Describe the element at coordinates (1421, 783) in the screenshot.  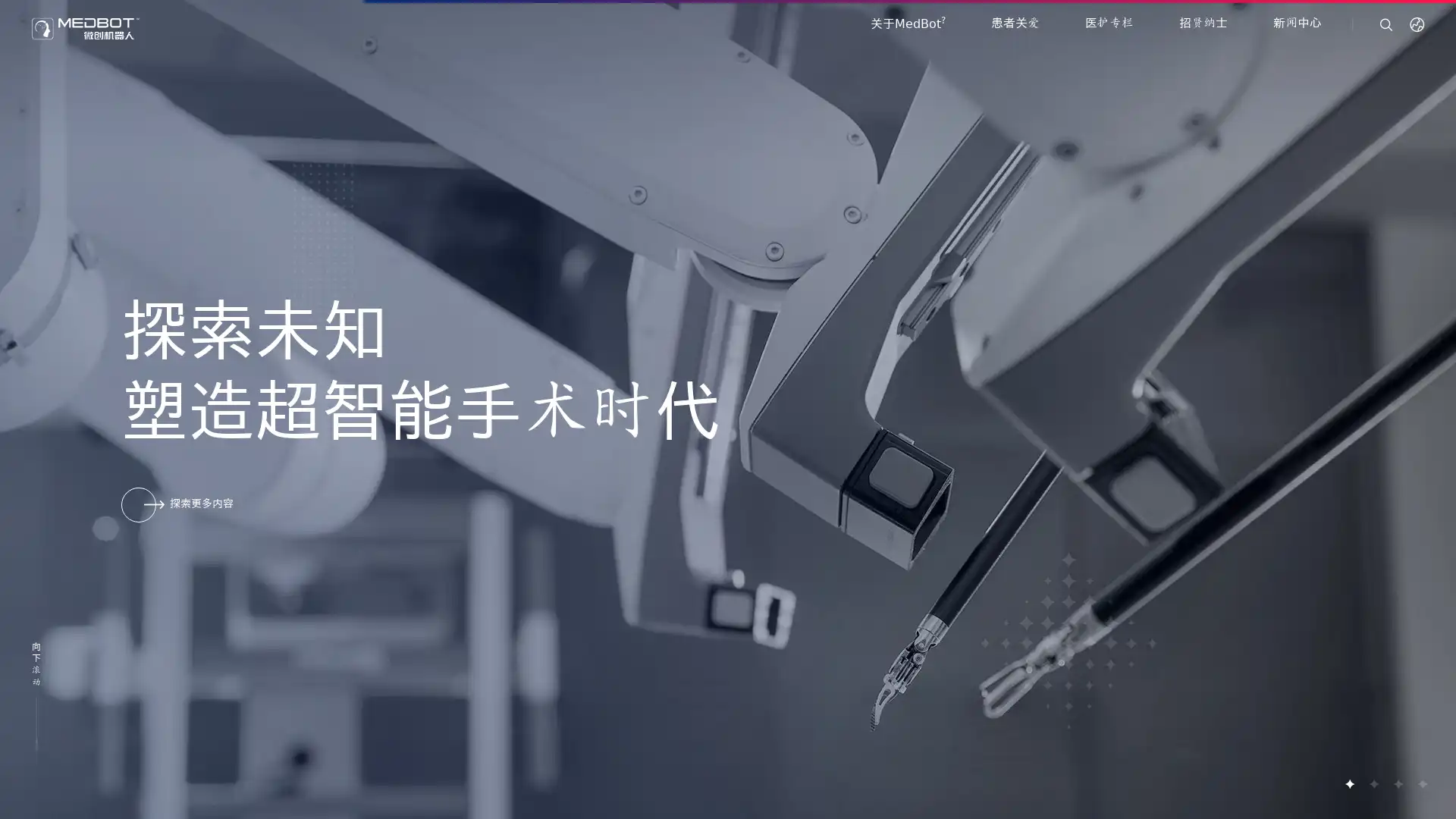
I see `Go to slide 4` at that location.